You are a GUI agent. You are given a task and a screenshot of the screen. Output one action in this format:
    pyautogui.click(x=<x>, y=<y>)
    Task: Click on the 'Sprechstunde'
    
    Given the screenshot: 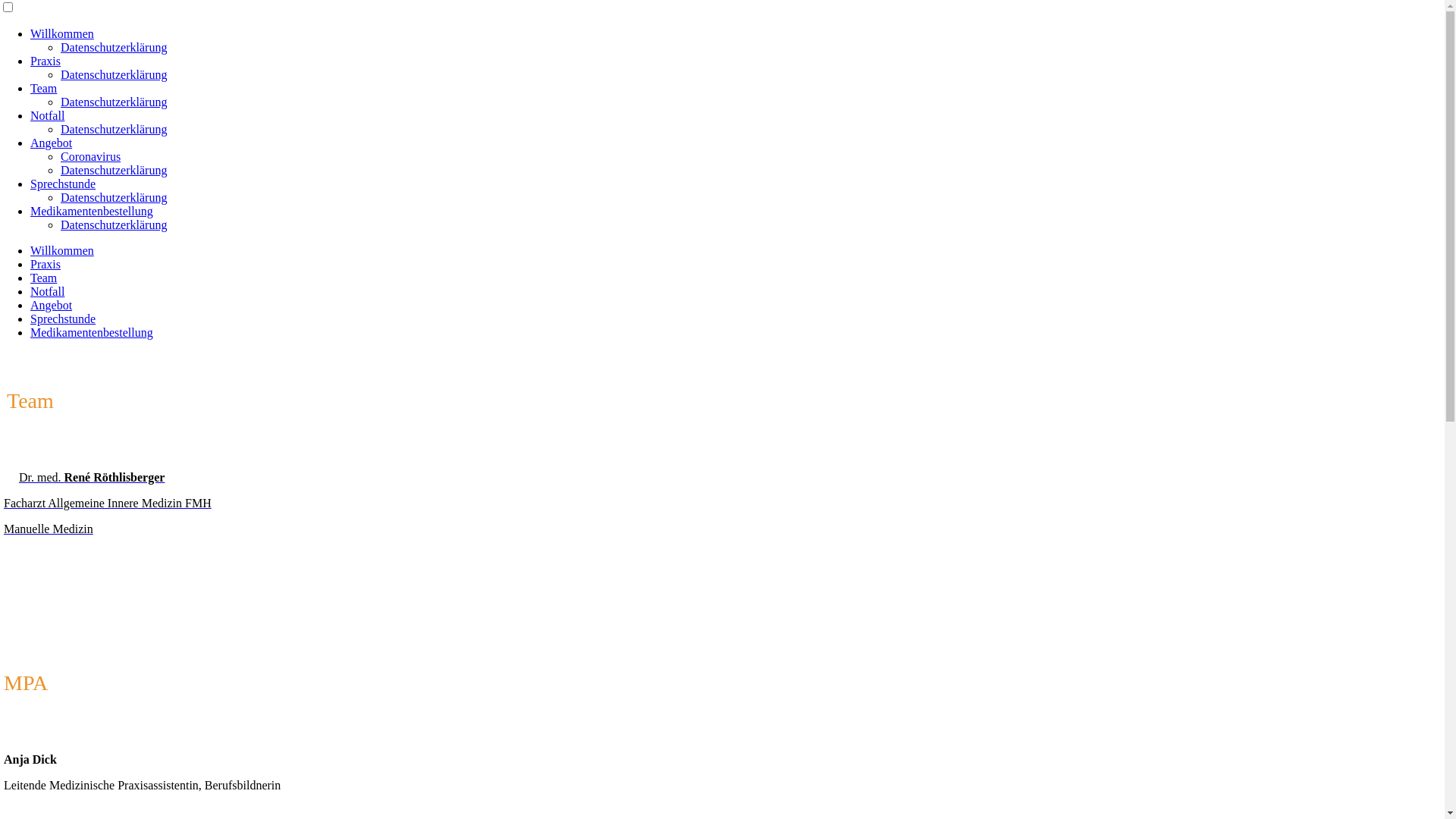 What is the action you would take?
    pyautogui.click(x=61, y=183)
    